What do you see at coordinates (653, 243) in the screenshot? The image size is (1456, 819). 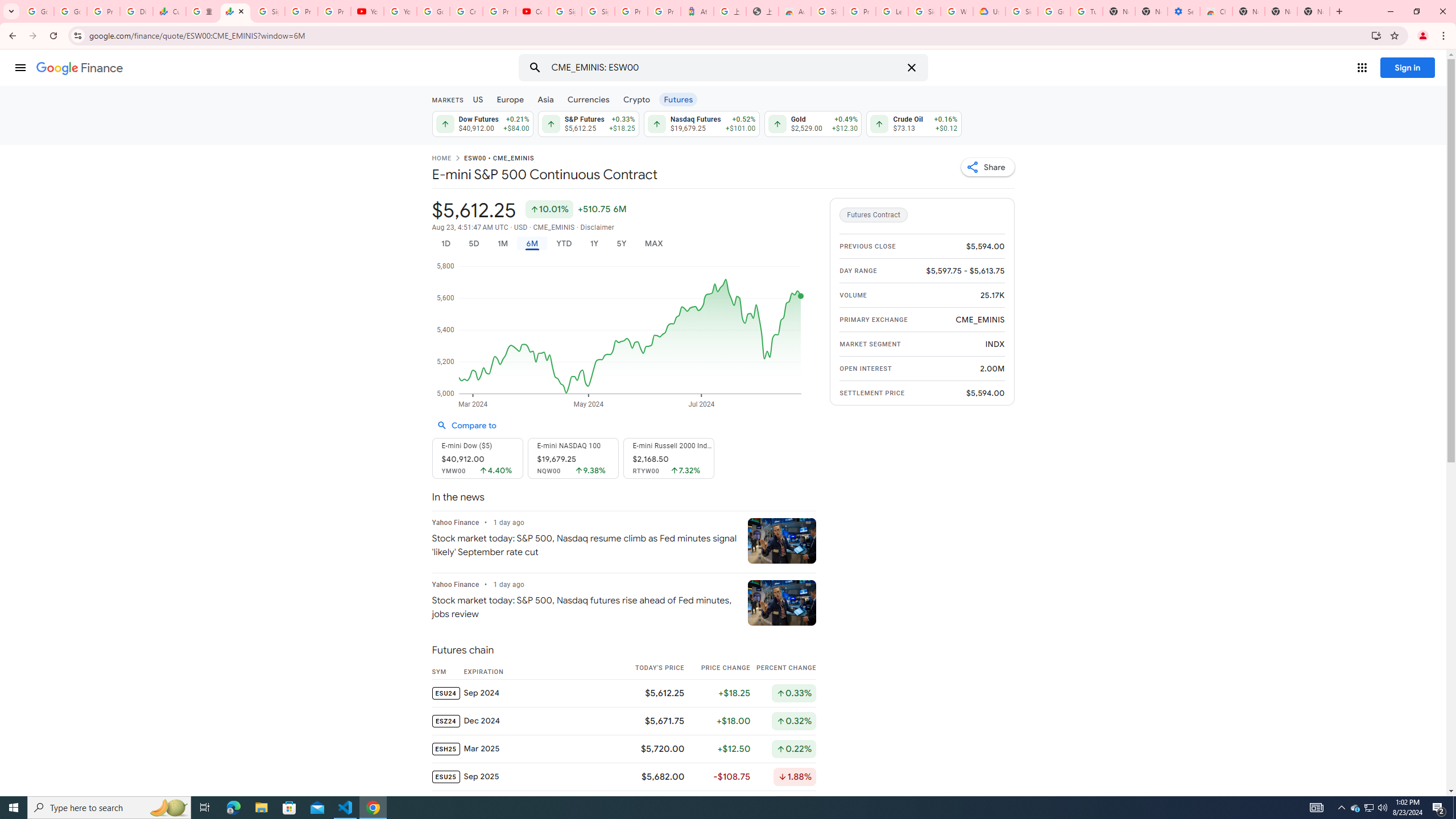 I see `'MAX'` at bounding box center [653, 243].